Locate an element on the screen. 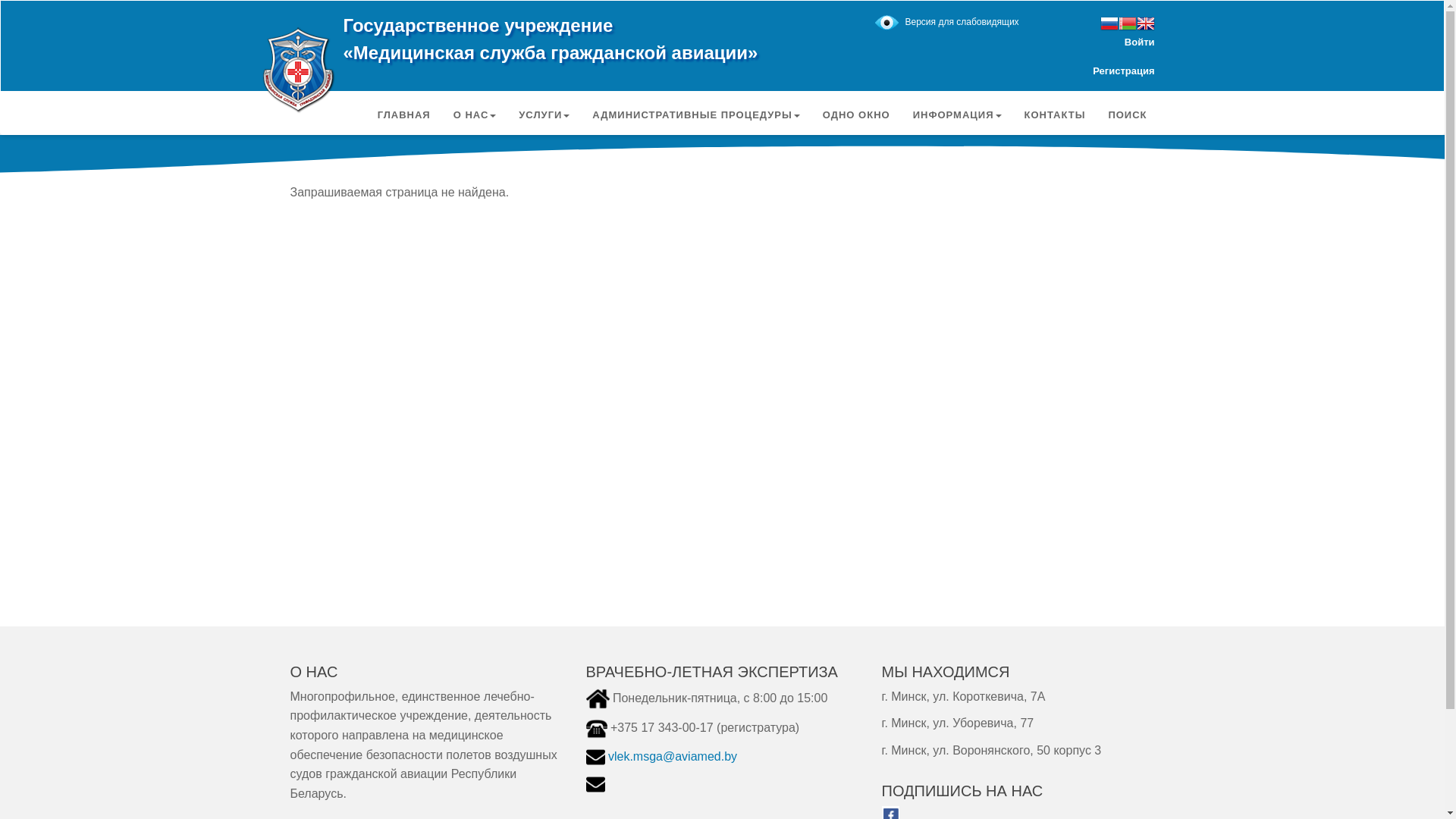 The height and width of the screenshot is (819, 1456). 'Russian' is located at coordinates (1109, 24).